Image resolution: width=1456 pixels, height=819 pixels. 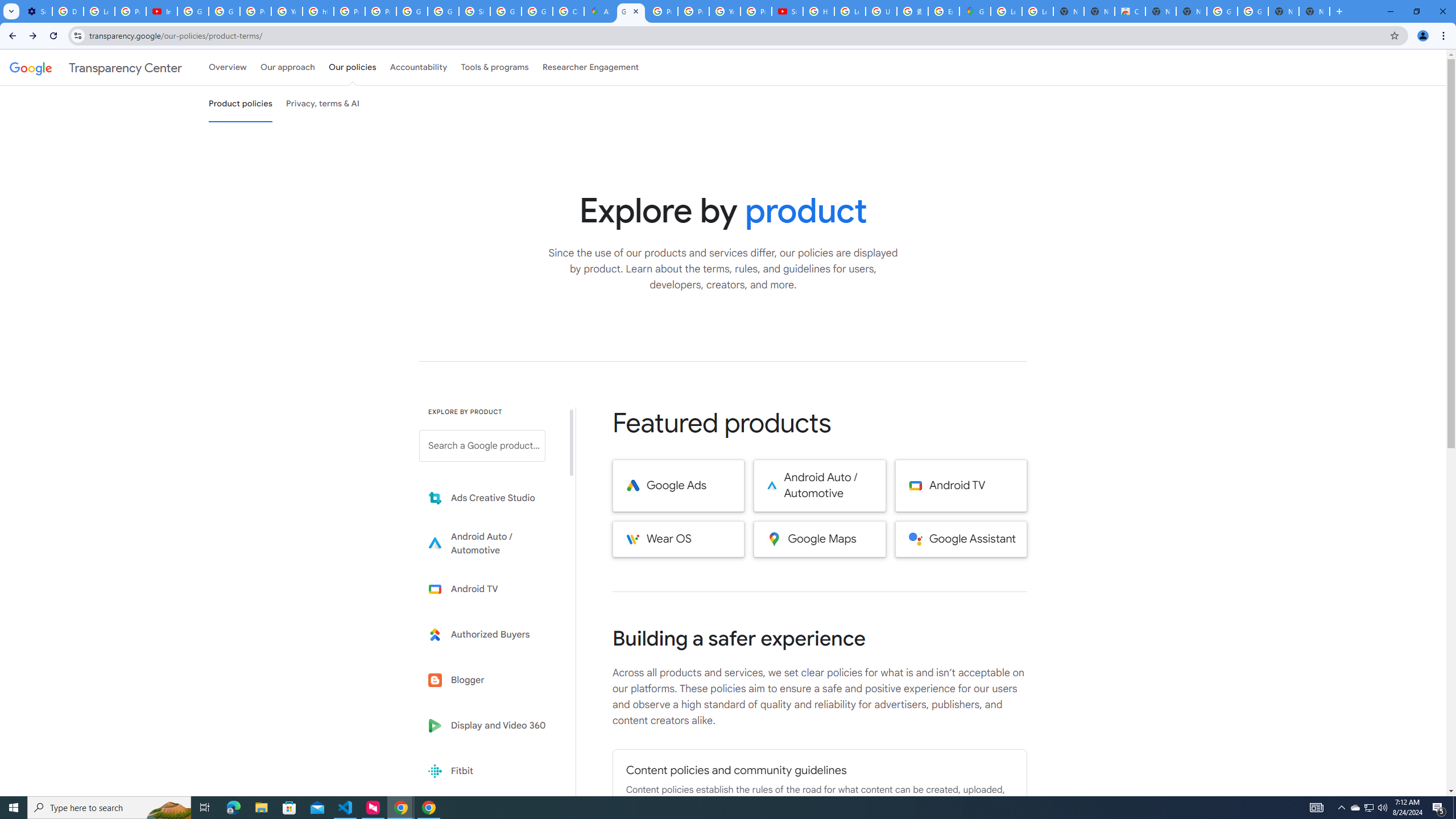 I want to click on 'YouTube', so click(x=724, y=11).